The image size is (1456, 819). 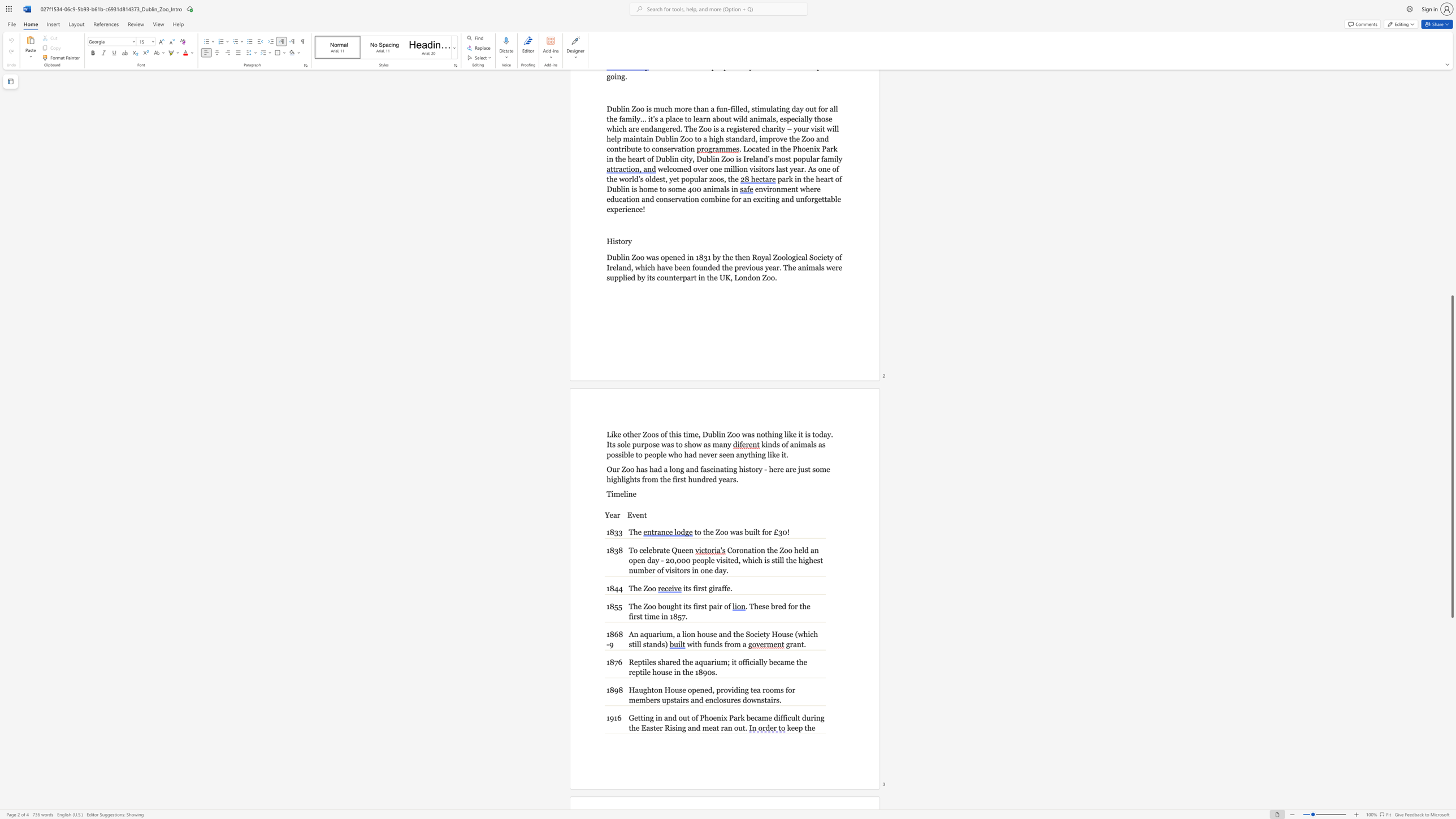 What do you see at coordinates (665, 634) in the screenshot?
I see `the subset text "m, a lion" within the text "An aquarium, a lion"` at bounding box center [665, 634].